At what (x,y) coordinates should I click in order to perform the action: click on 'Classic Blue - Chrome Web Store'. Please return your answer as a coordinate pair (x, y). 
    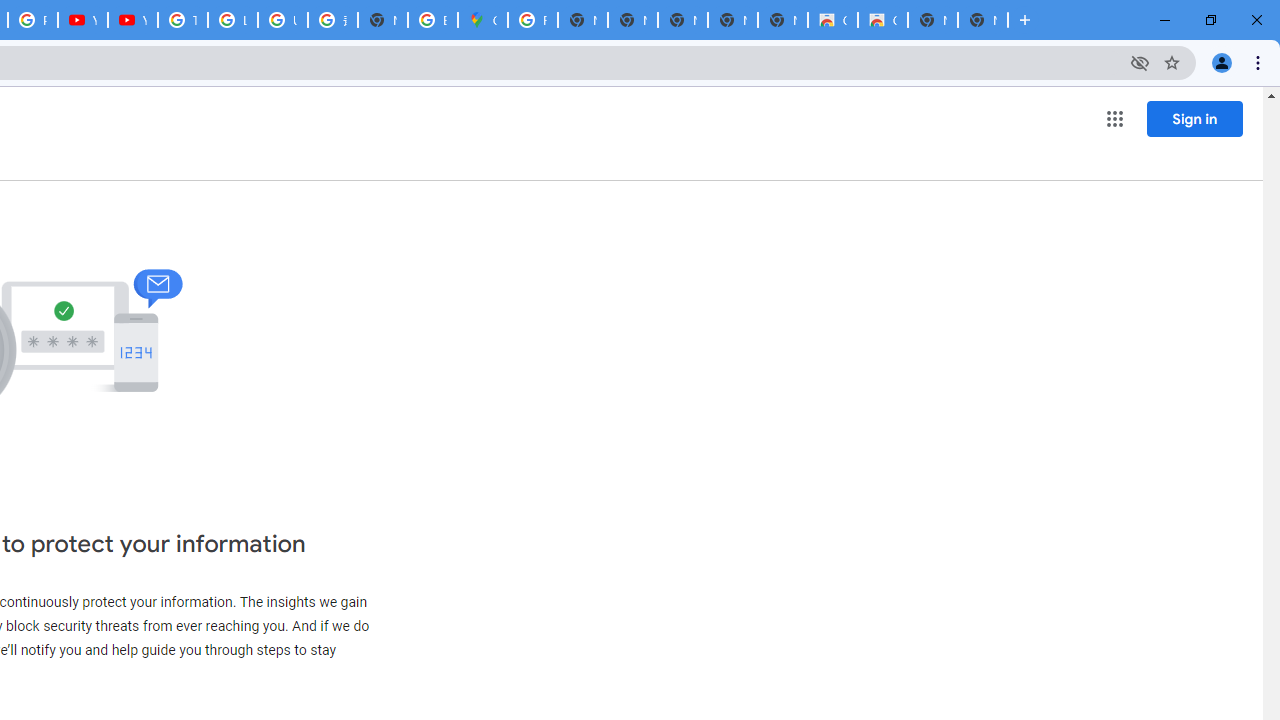
    Looking at the image, I should click on (881, 20).